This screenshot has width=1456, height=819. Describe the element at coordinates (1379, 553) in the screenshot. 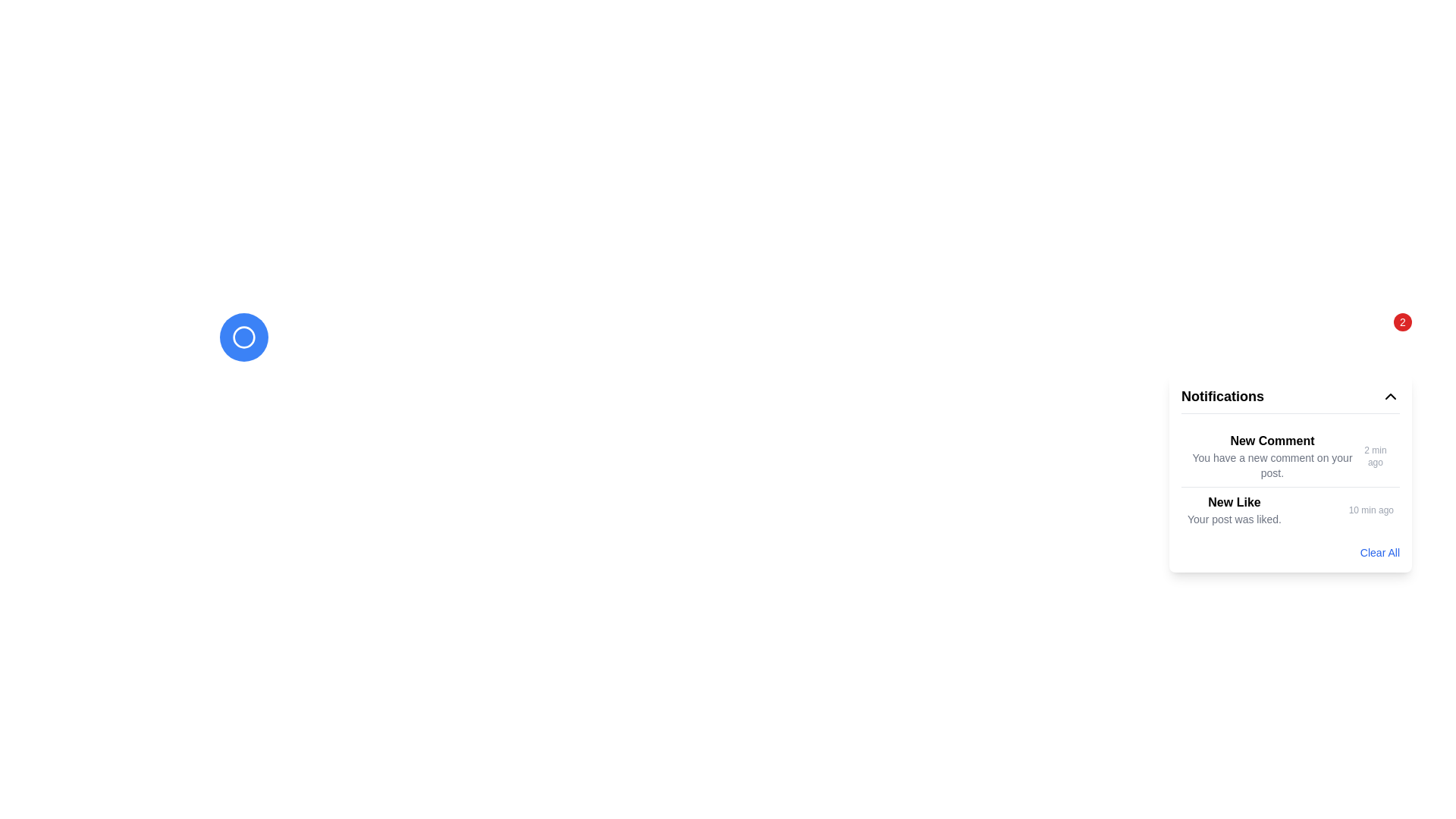

I see `the text link positioned at the bottom-right of the notification panel to clear all notifications` at that location.